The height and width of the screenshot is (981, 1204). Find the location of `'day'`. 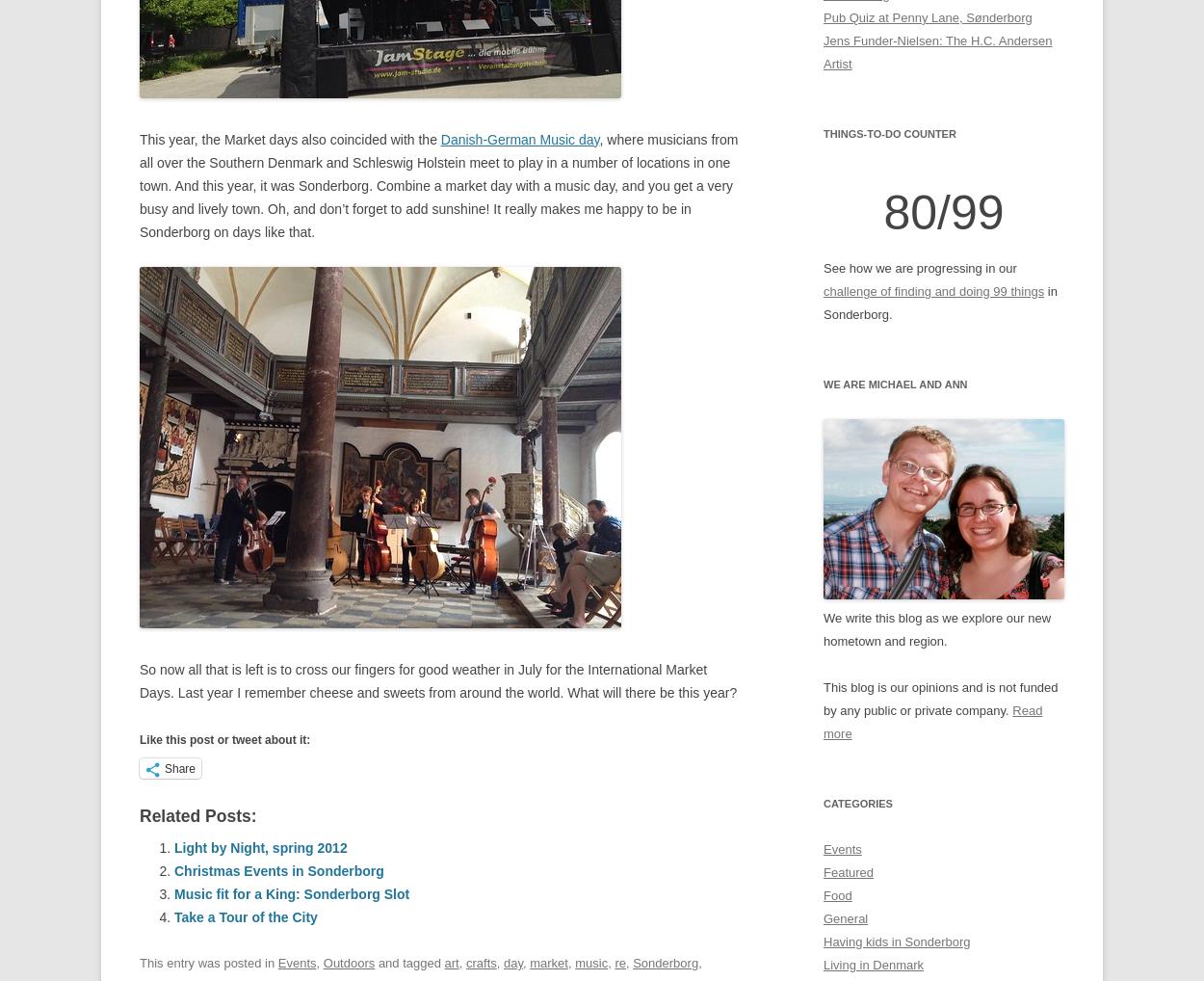

'day' is located at coordinates (504, 963).